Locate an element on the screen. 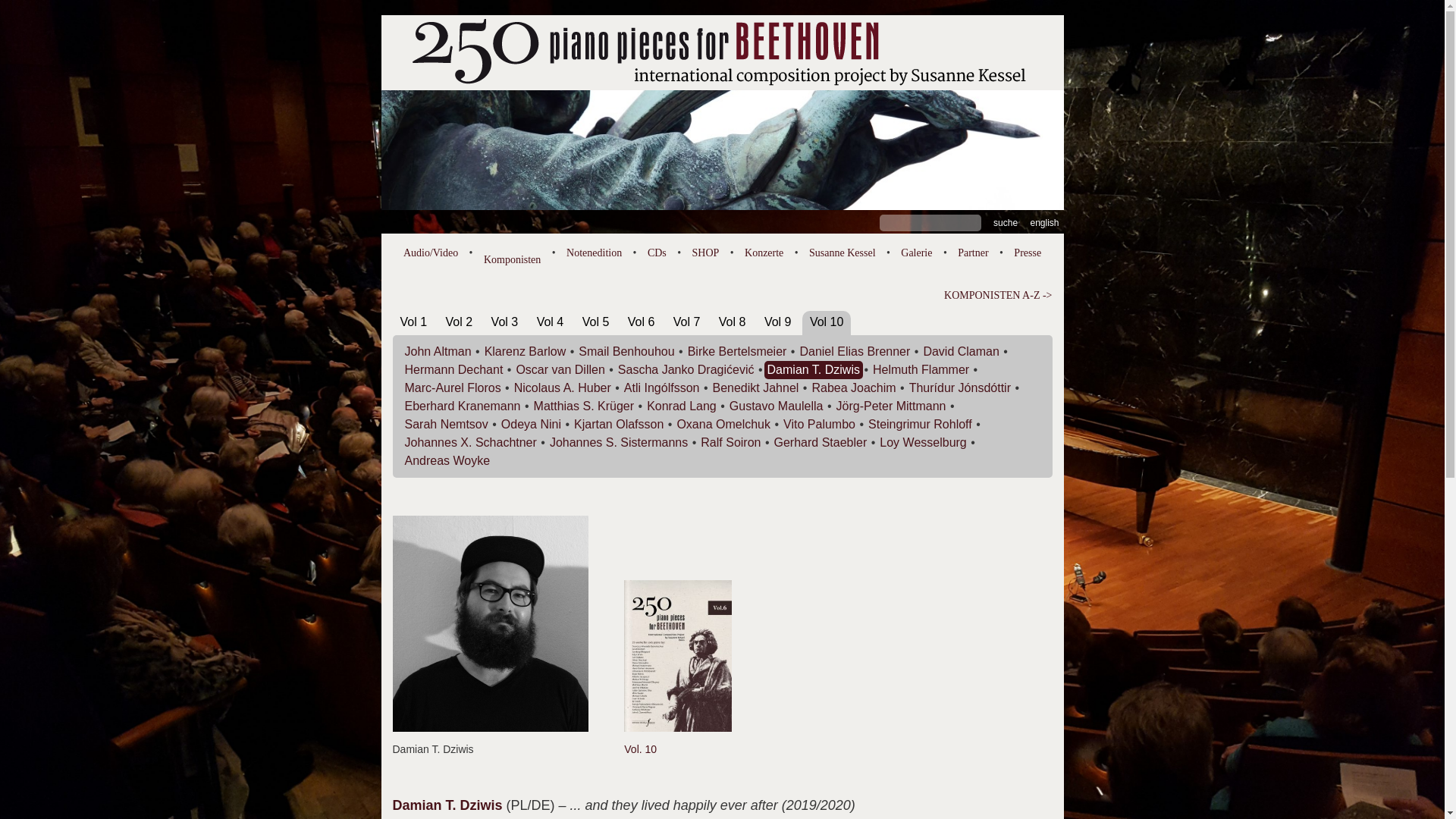  'Johannes S. Sistermanns' is located at coordinates (619, 442).